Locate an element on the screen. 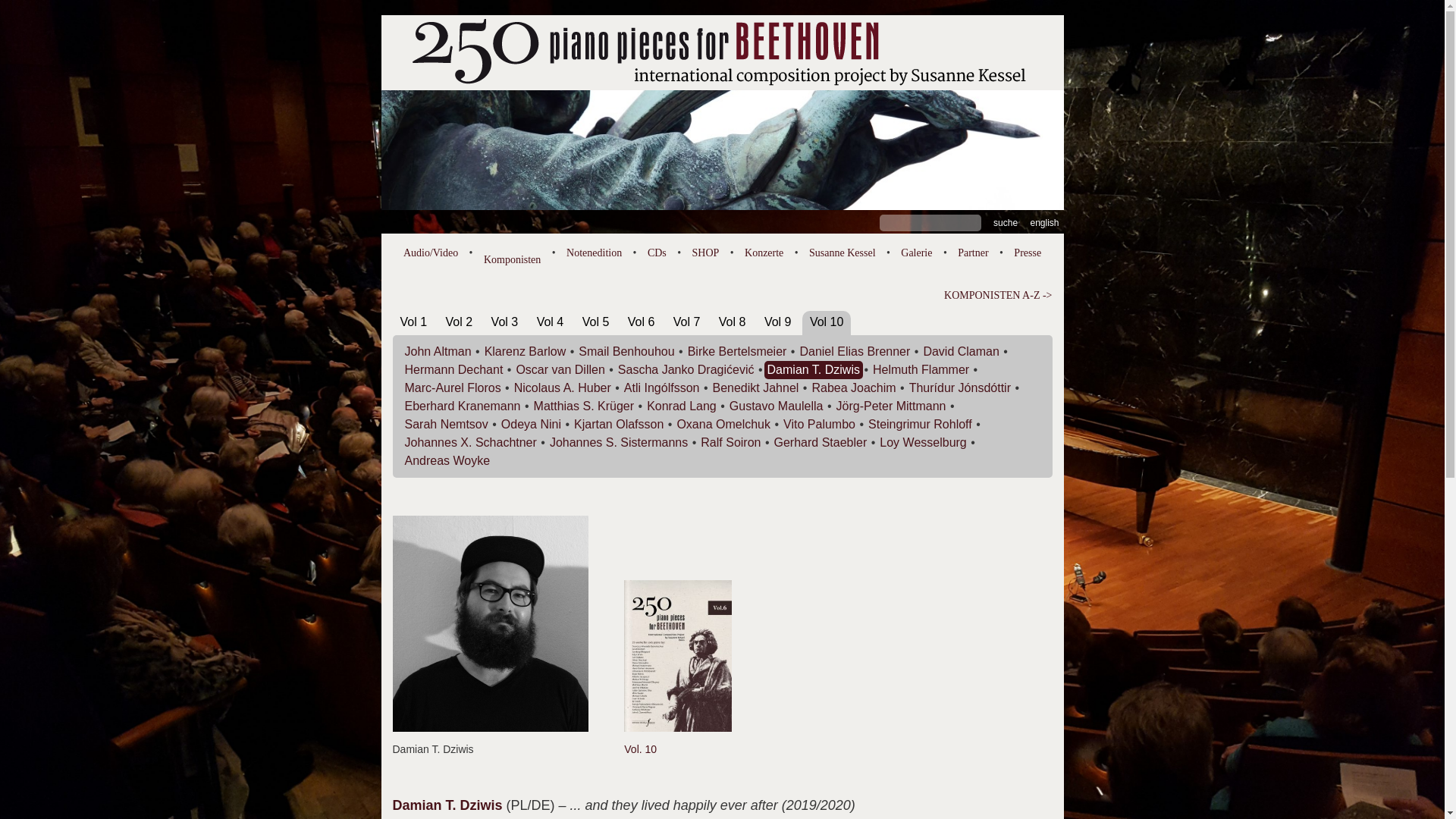  'Johannes S. Sistermanns' is located at coordinates (619, 442).